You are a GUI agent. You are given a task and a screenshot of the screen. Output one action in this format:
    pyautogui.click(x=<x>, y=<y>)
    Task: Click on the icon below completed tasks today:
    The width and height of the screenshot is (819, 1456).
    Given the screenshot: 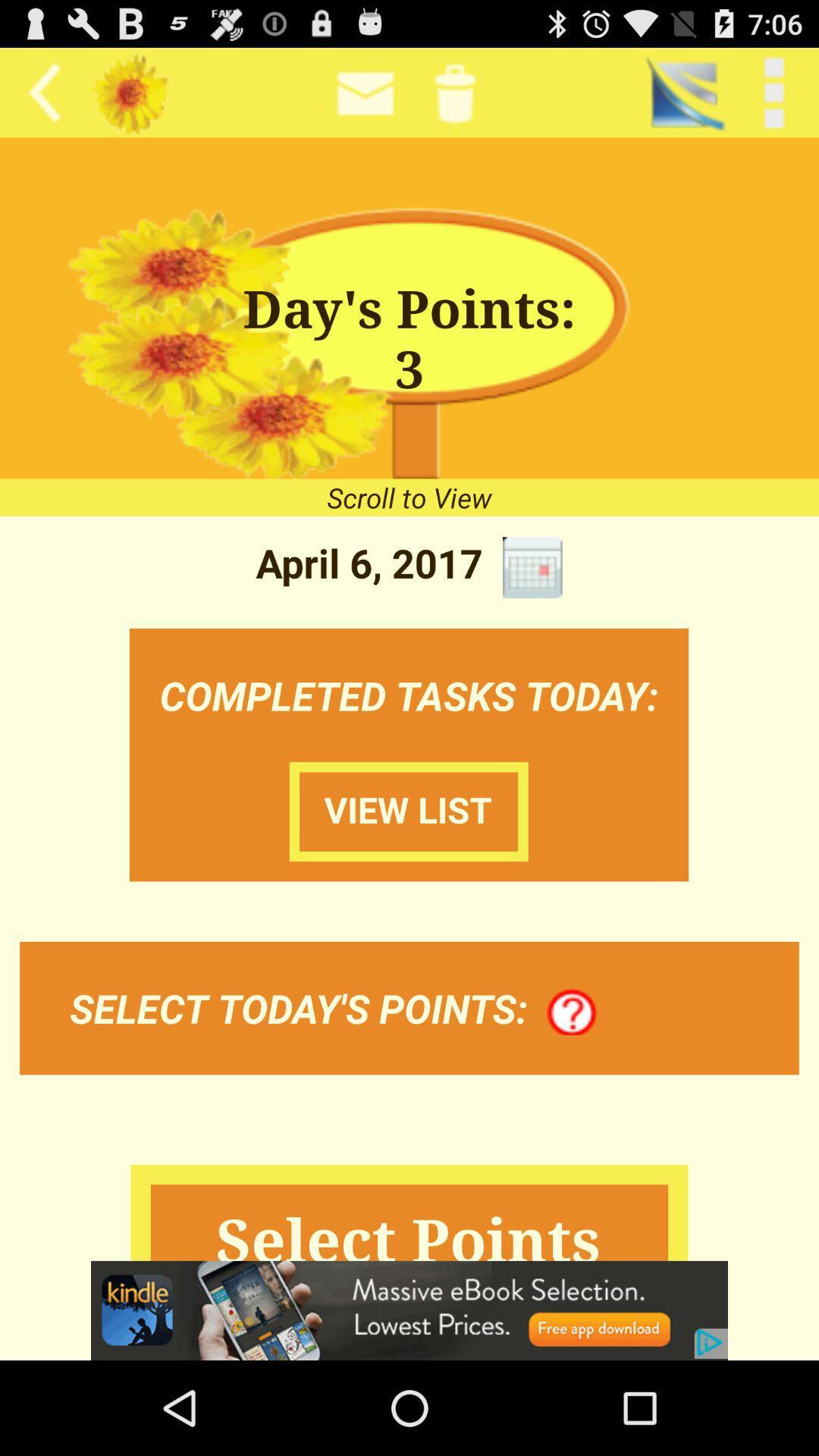 What is the action you would take?
    pyautogui.click(x=572, y=1012)
    